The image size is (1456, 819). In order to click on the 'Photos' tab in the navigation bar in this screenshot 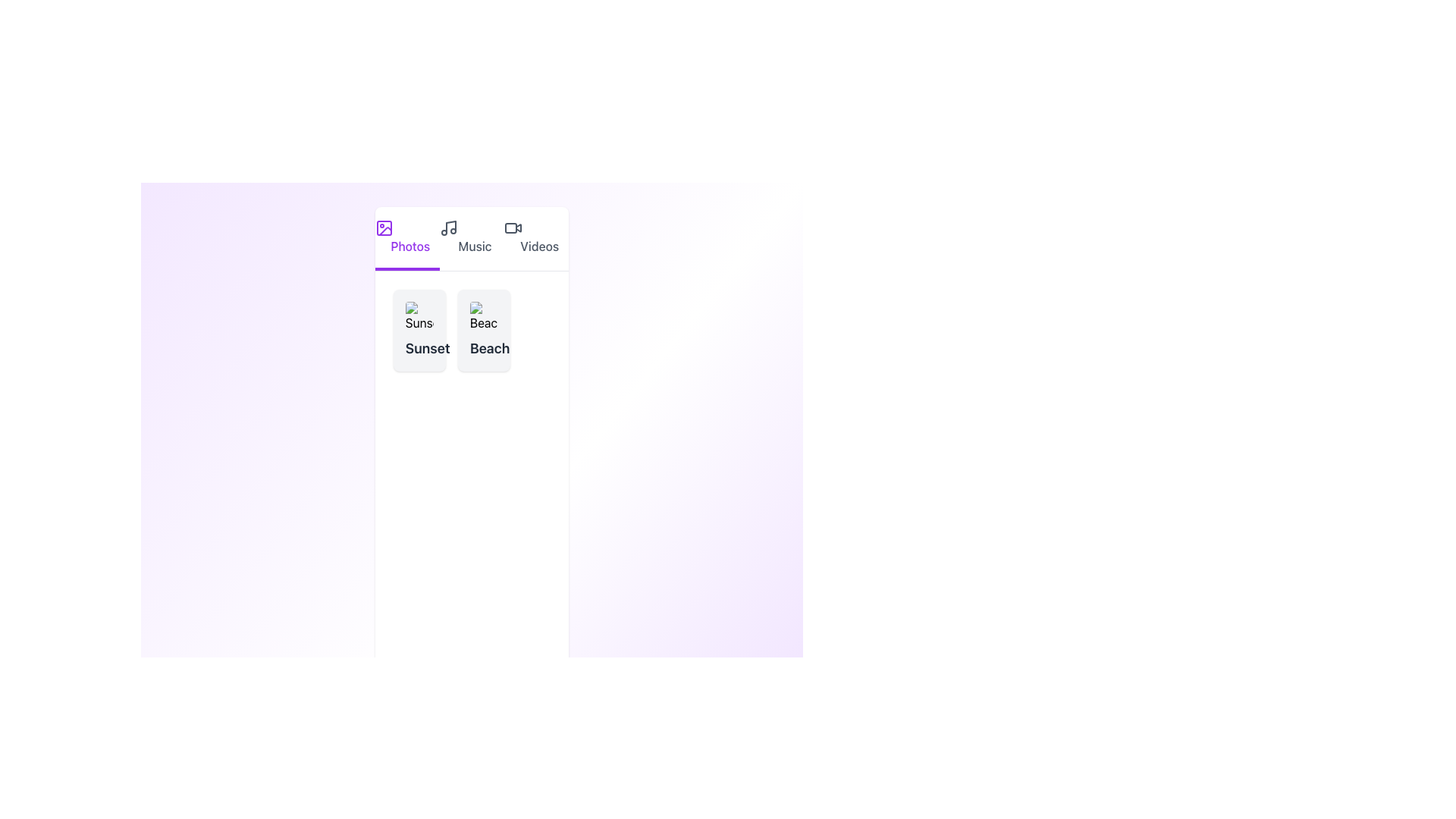, I will do `click(407, 239)`.